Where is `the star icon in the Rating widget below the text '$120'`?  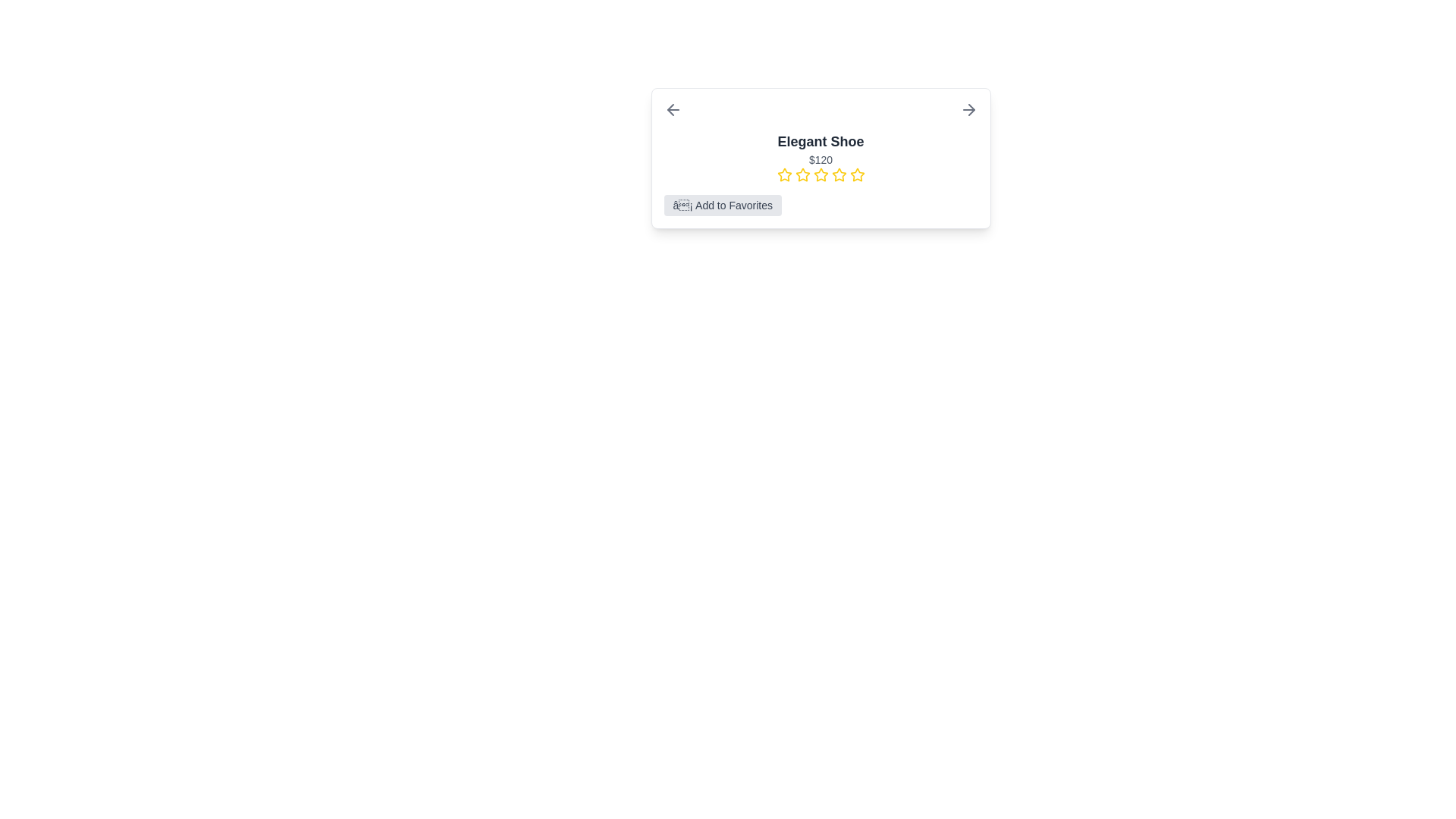 the star icon in the Rating widget below the text '$120' is located at coordinates (820, 174).